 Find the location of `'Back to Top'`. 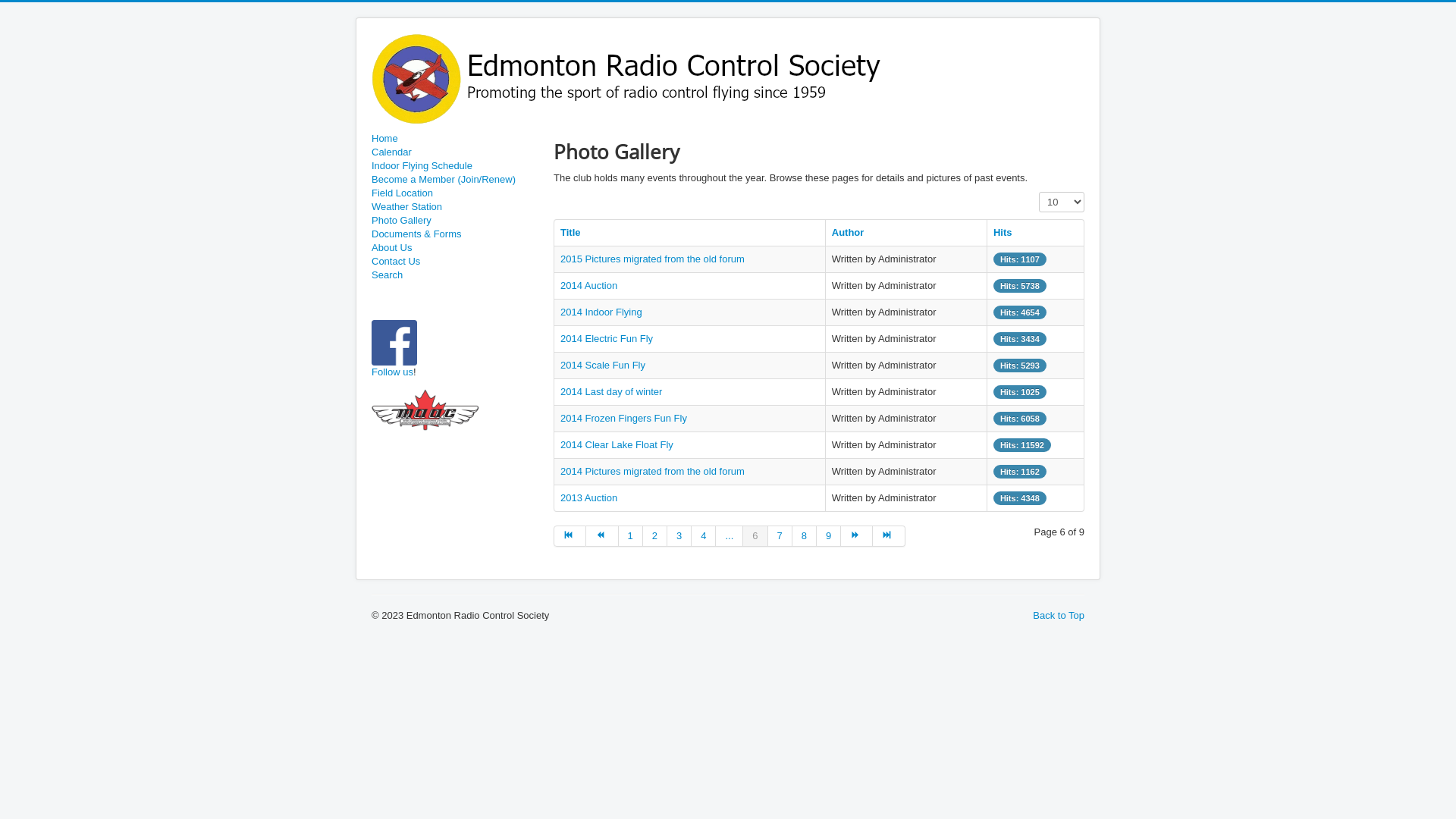

'Back to Top' is located at coordinates (1058, 615).